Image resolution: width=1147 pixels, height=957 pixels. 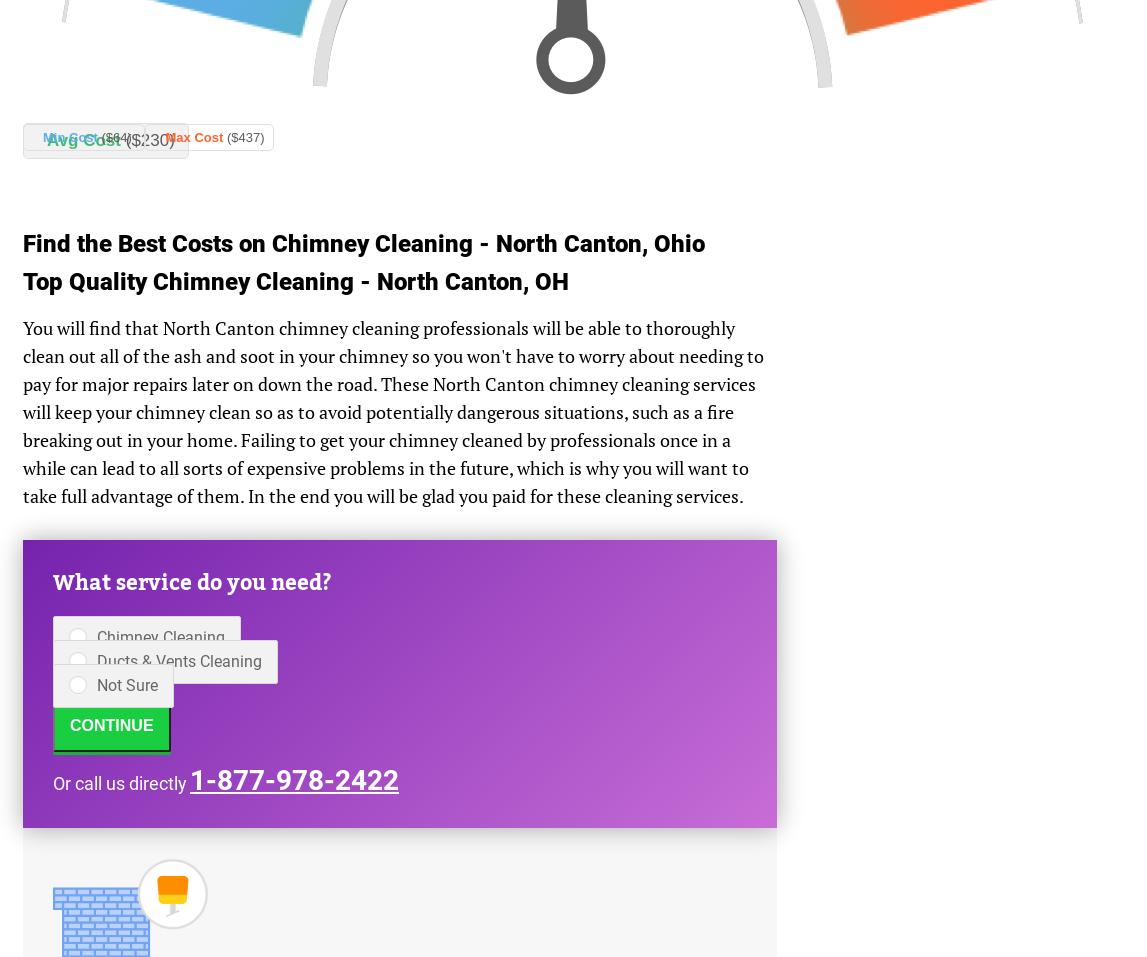 I want to click on 'You will find that North Canton chimney cleaning professionals will be able to thoroughly clean out all of the ash and soot in your chimney so you won't have to worry about needing to pay for major repairs later on down the road. These North Canton chimney cleaning services will keep your chimney clean so as to avoid potentially dangerous situations, such as a fire breaking out in your home. Failing to get your chimney cleaned by professionals once in a while can lead to all sorts of expensive problems in the future, which is why you will want to take full advantage of them. In the end you will be glad you paid for these cleaning services.', so click(x=393, y=410).